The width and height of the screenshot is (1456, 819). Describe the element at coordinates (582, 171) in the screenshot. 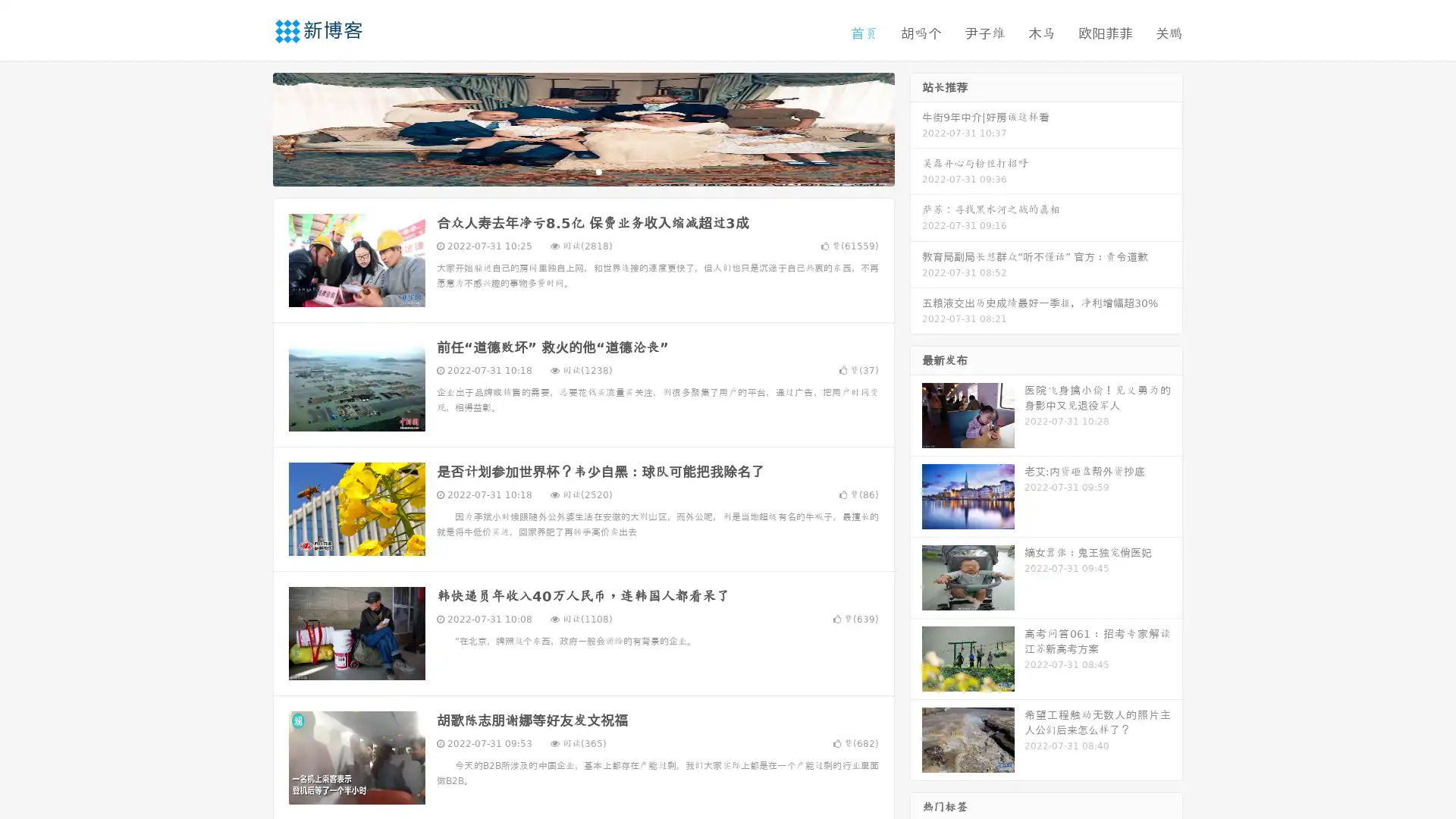

I see `Go to slide 2` at that location.